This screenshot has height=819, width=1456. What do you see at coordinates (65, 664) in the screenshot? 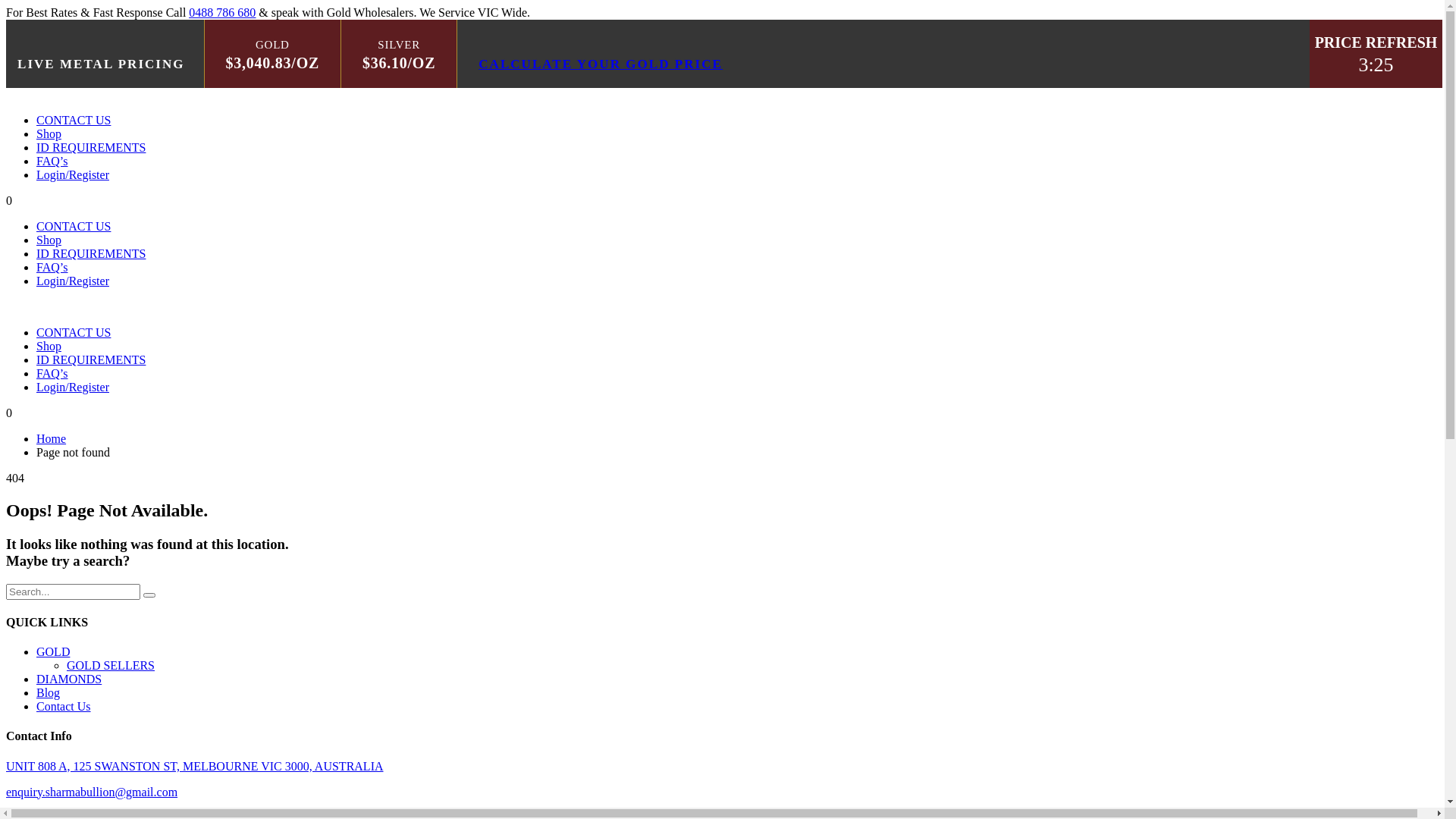
I see `'GOLD SELLERS'` at bounding box center [65, 664].